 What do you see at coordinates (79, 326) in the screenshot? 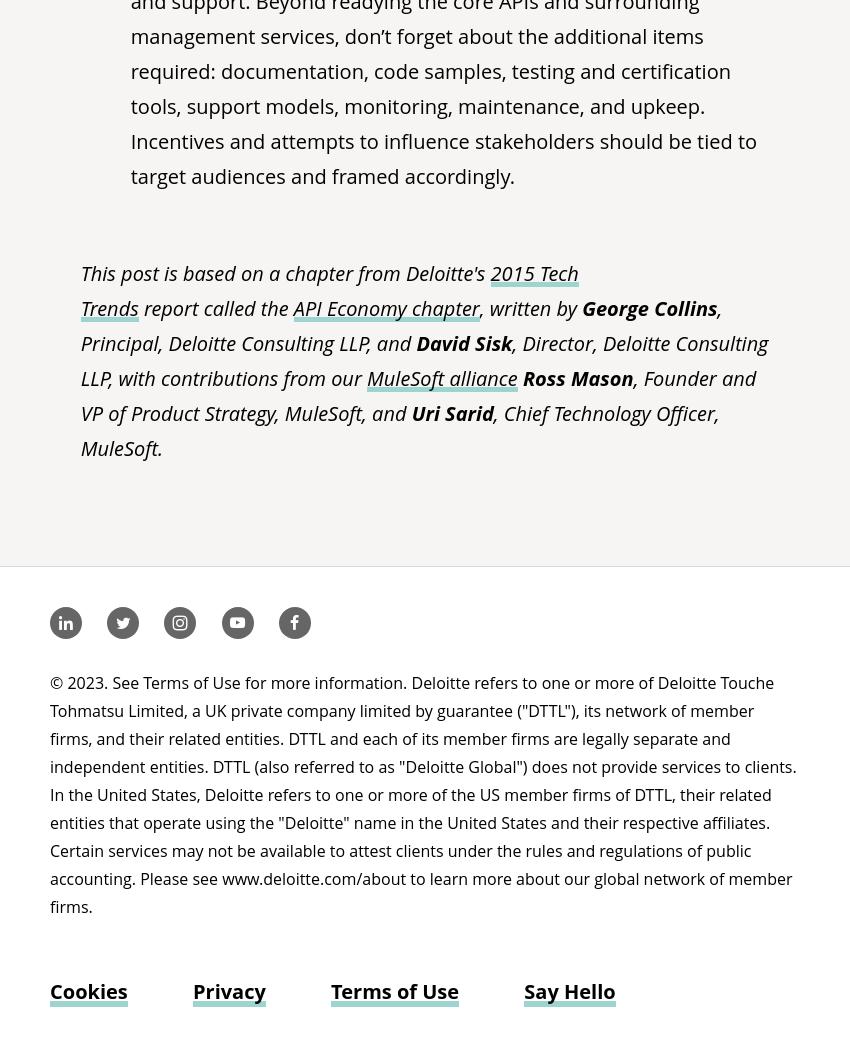
I see `', Principal, Deloitte Consulting LLP, and'` at bounding box center [79, 326].